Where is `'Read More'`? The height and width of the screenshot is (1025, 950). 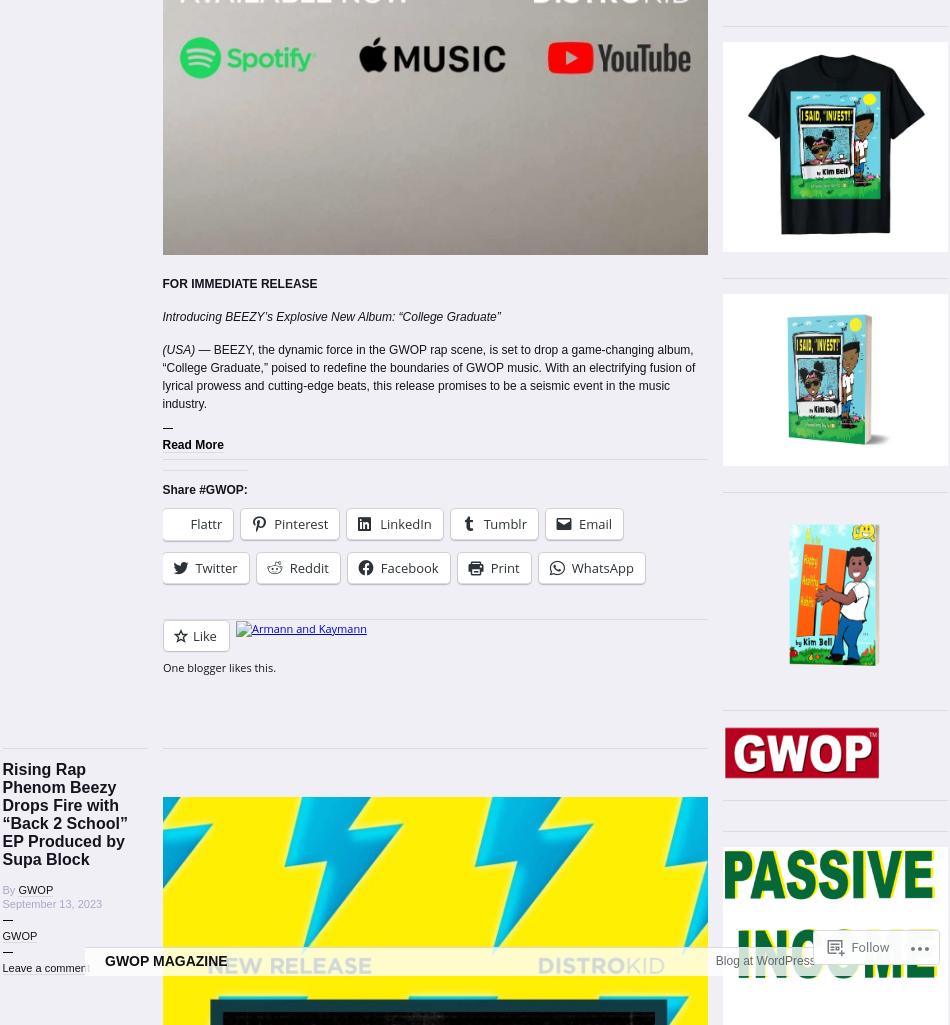 'Read More' is located at coordinates (192, 443).